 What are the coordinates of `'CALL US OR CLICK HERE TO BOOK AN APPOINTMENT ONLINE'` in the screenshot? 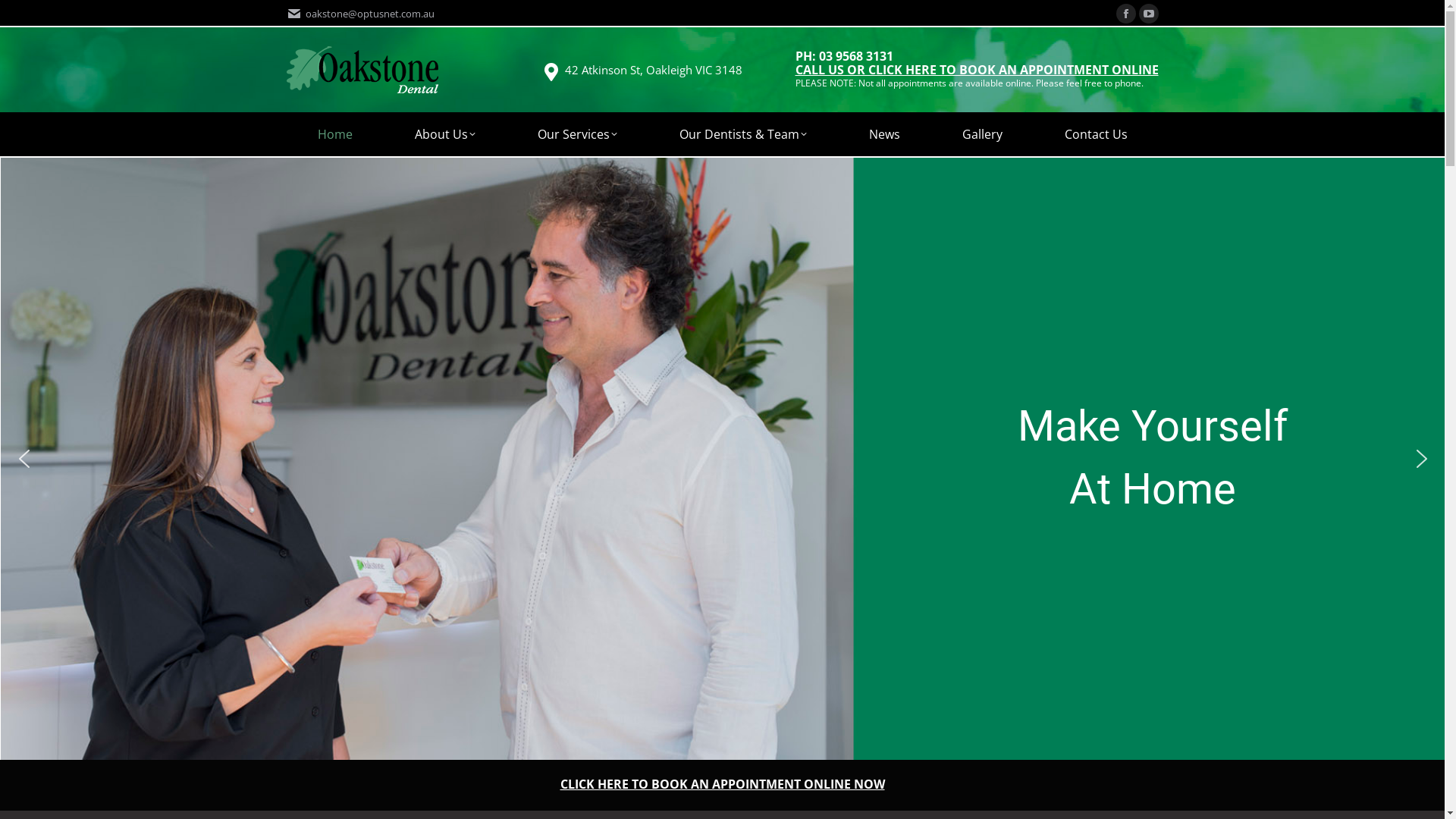 It's located at (976, 71).